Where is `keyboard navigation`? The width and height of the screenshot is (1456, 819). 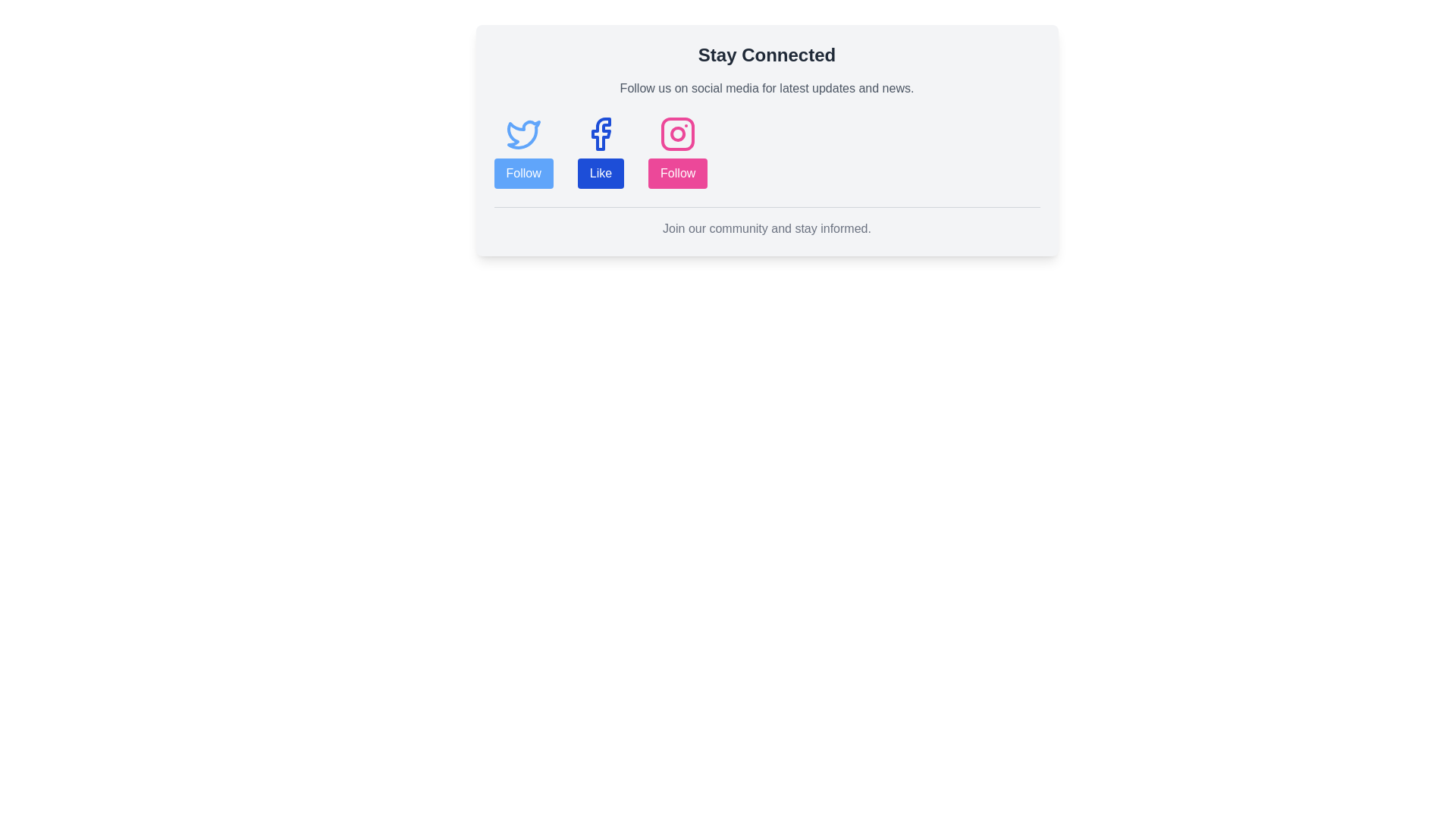
keyboard navigation is located at coordinates (677, 172).